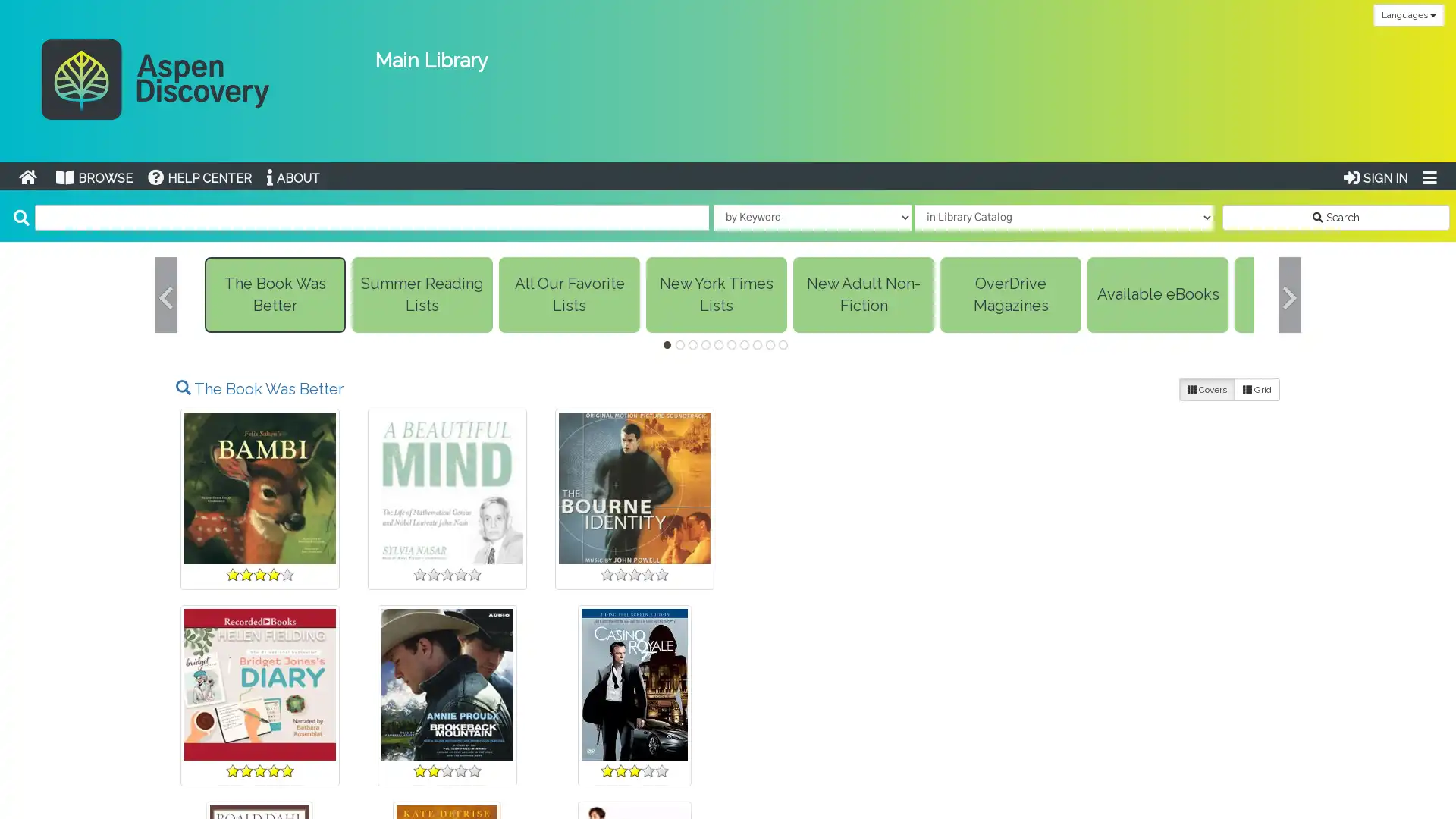  What do you see at coordinates (1008, 576) in the screenshot?
I see `Write a Review` at bounding box center [1008, 576].